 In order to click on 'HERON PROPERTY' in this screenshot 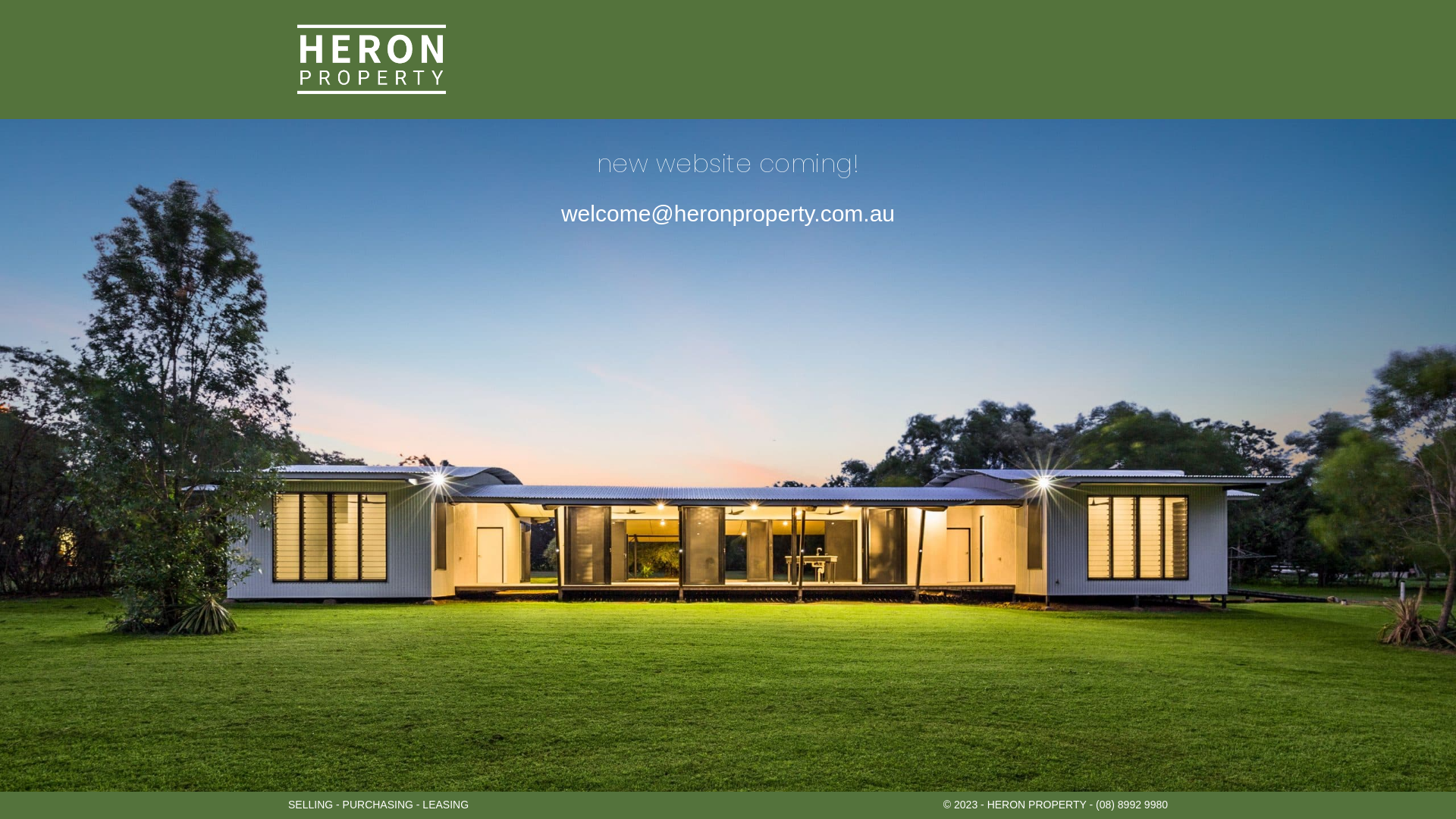, I will do `click(371, 58)`.